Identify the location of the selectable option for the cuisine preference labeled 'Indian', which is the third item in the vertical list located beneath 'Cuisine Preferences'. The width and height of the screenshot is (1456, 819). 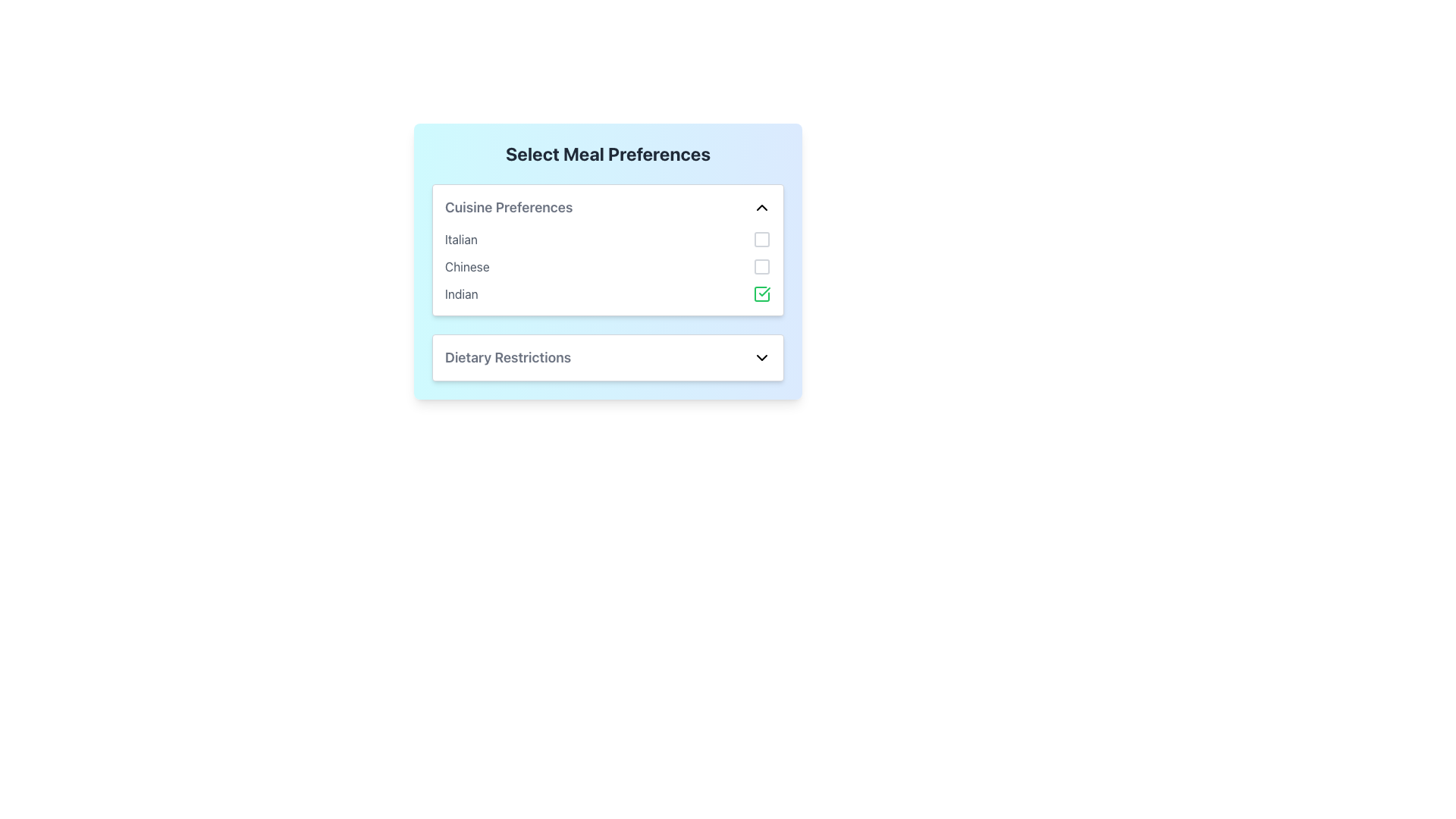
(460, 294).